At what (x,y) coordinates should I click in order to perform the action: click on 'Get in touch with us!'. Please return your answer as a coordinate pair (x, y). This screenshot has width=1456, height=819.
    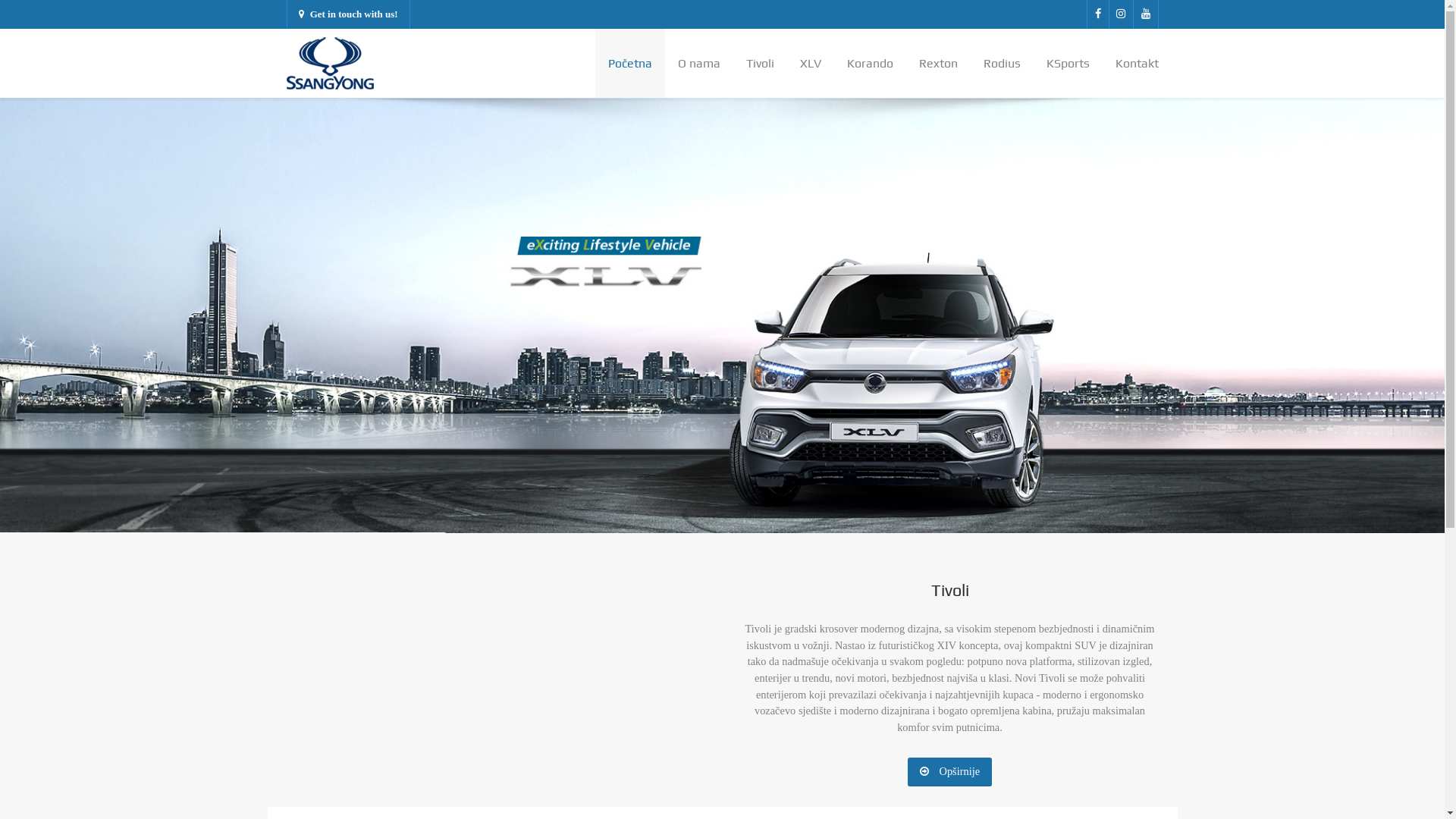
    Looking at the image, I should click on (347, 14).